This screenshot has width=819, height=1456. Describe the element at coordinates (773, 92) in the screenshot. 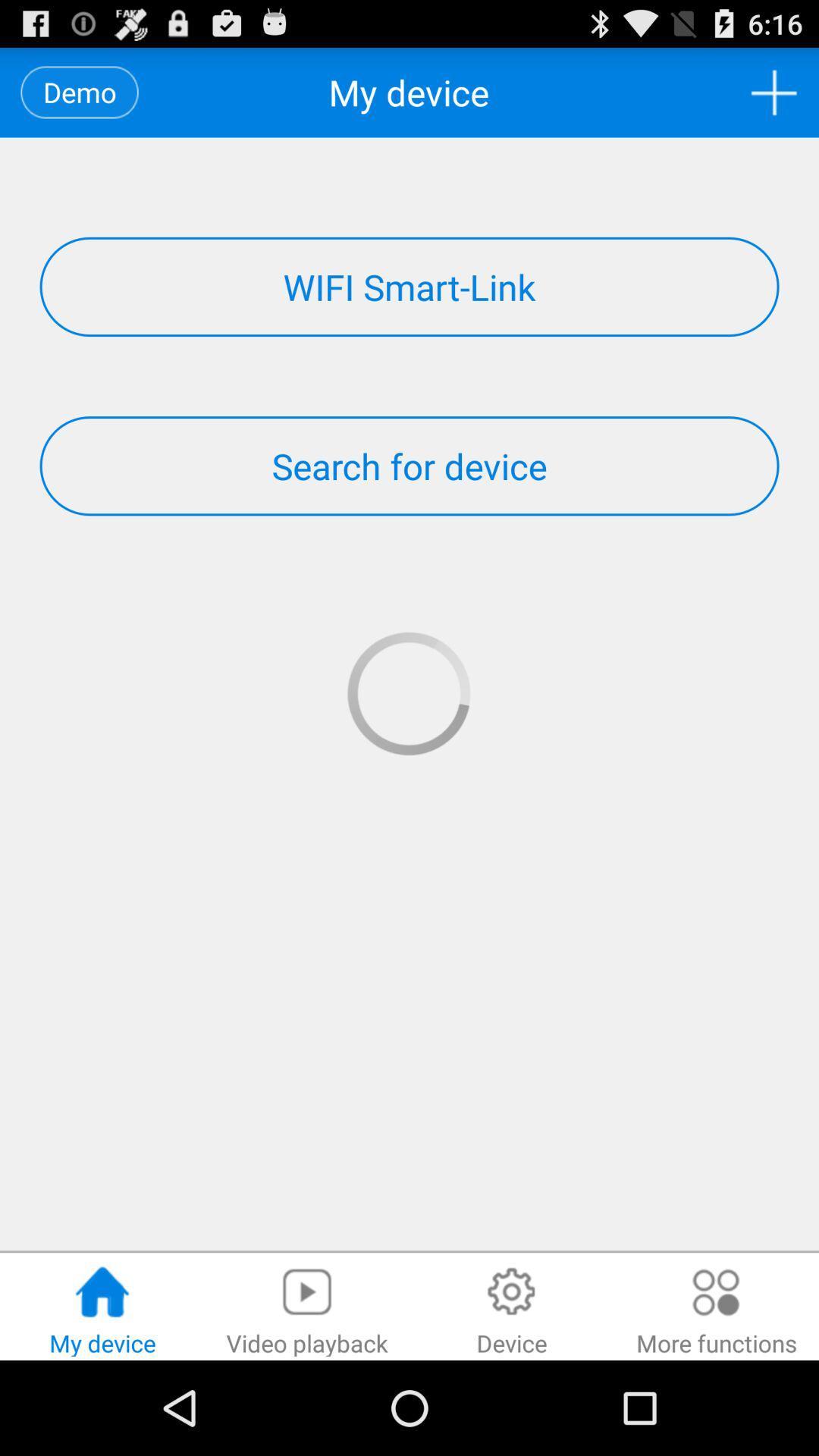

I see `a post` at that location.